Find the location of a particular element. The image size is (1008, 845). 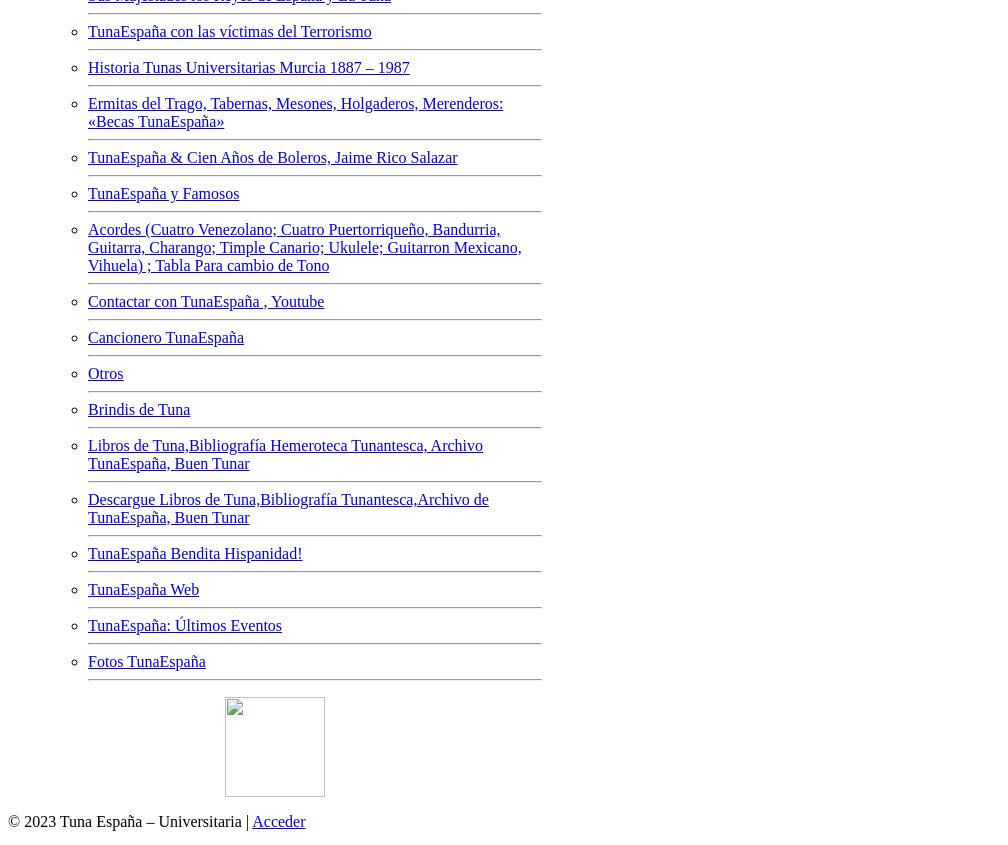

'Fotos TunaEspaña' is located at coordinates (146, 660).